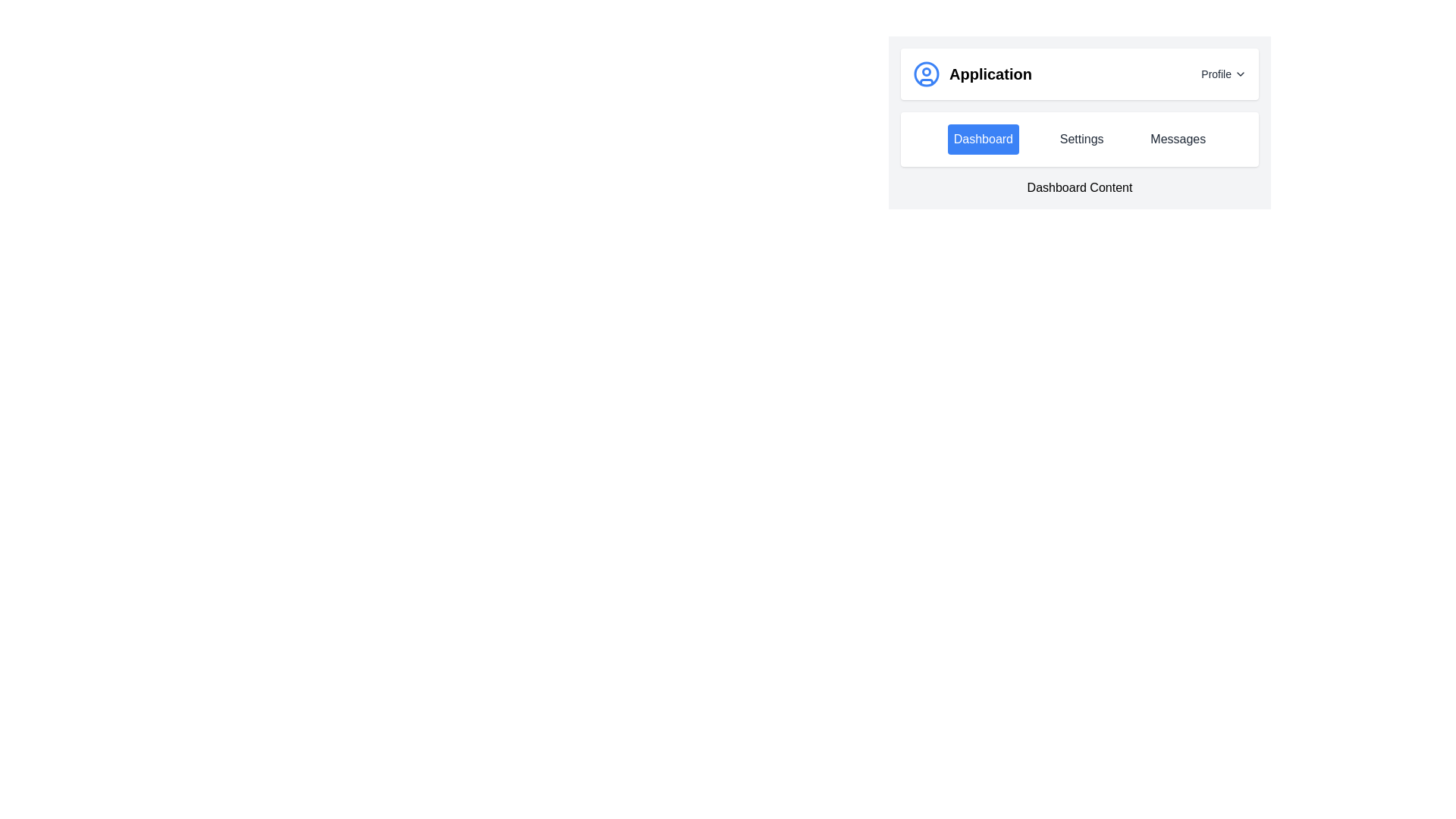  Describe the element at coordinates (1177, 140) in the screenshot. I see `the navigation button for the 'Messages' section, which is the third button in a row of three buttons, following the 'Settings' button` at that location.